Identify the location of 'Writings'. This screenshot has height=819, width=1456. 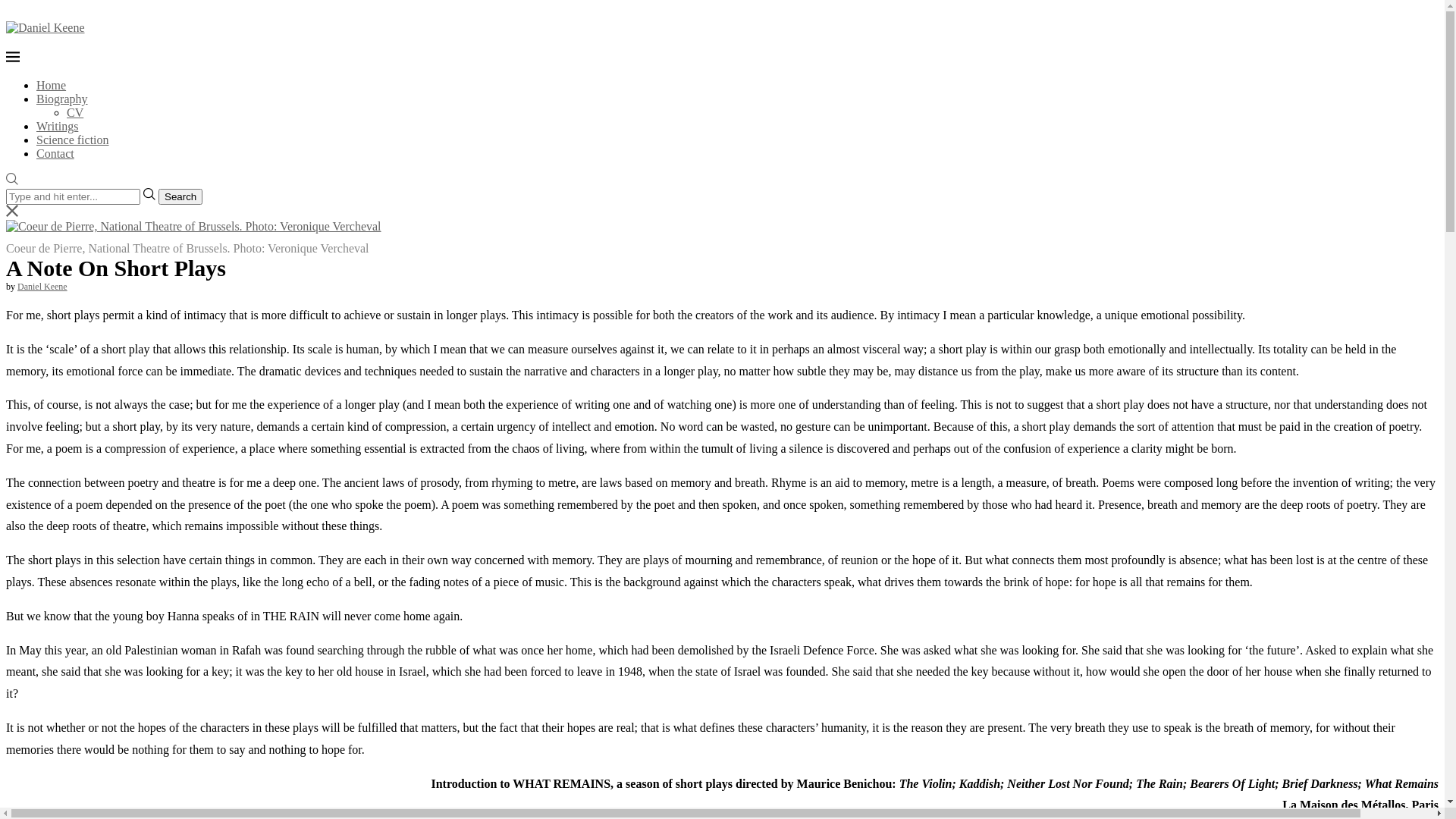
(57, 125).